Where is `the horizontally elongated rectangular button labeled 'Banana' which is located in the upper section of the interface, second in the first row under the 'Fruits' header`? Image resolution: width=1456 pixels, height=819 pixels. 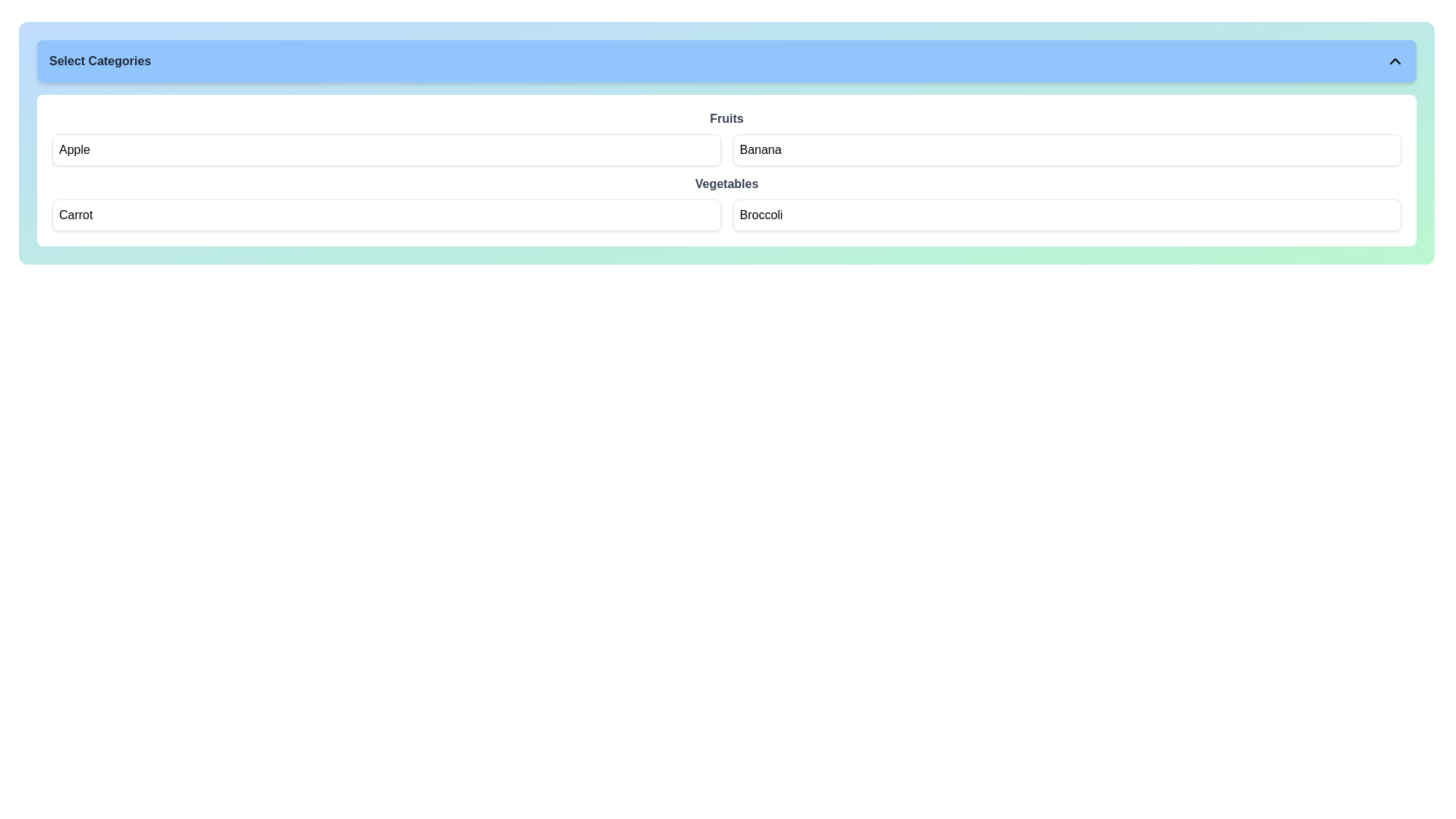
the horizontally elongated rectangular button labeled 'Banana' which is located in the upper section of the interface, second in the first row under the 'Fruits' header is located at coordinates (1066, 149).